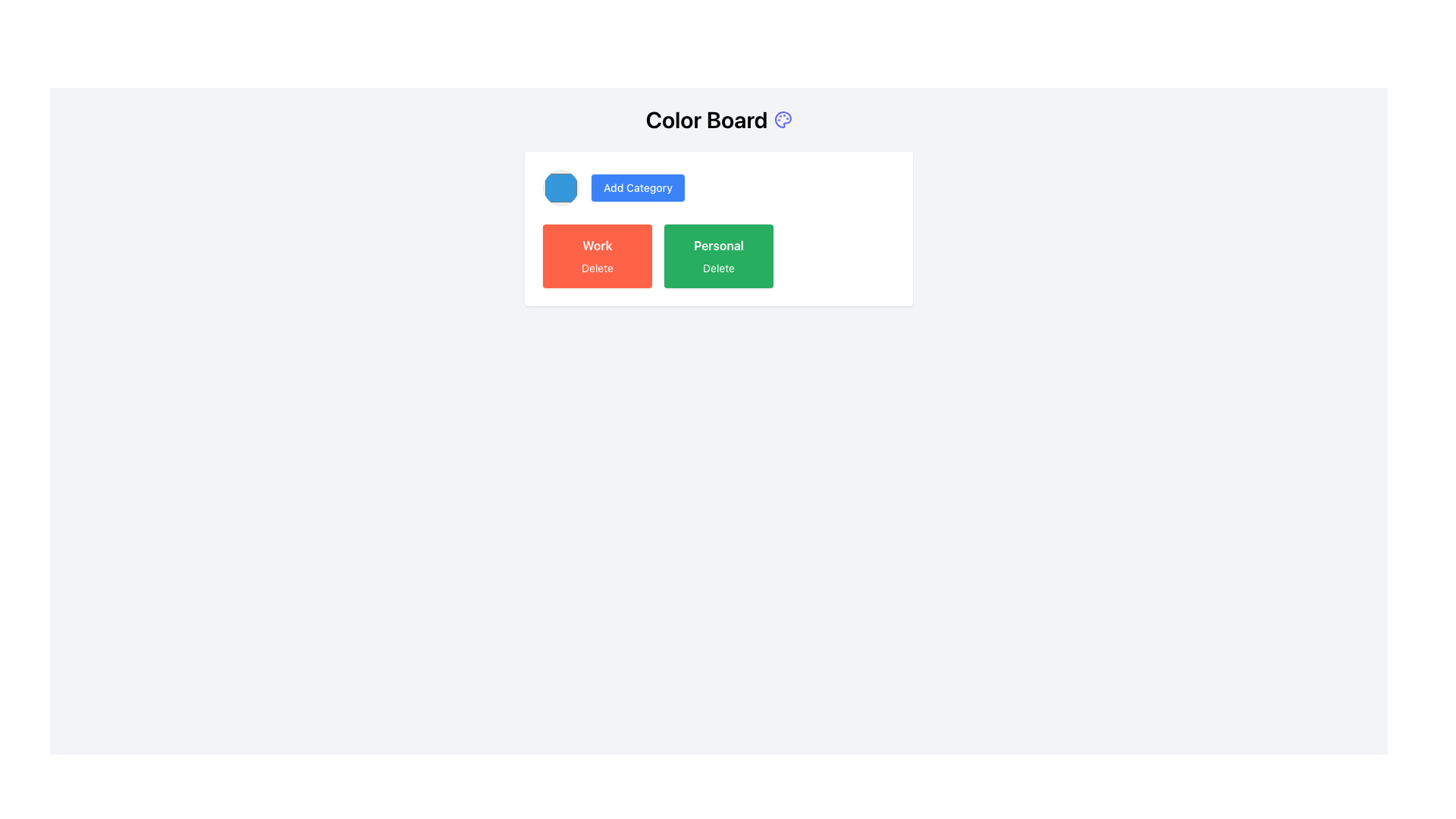 This screenshot has height=819, width=1456. Describe the element at coordinates (718, 256) in the screenshot. I see `the 'Personal' category marker` at that location.